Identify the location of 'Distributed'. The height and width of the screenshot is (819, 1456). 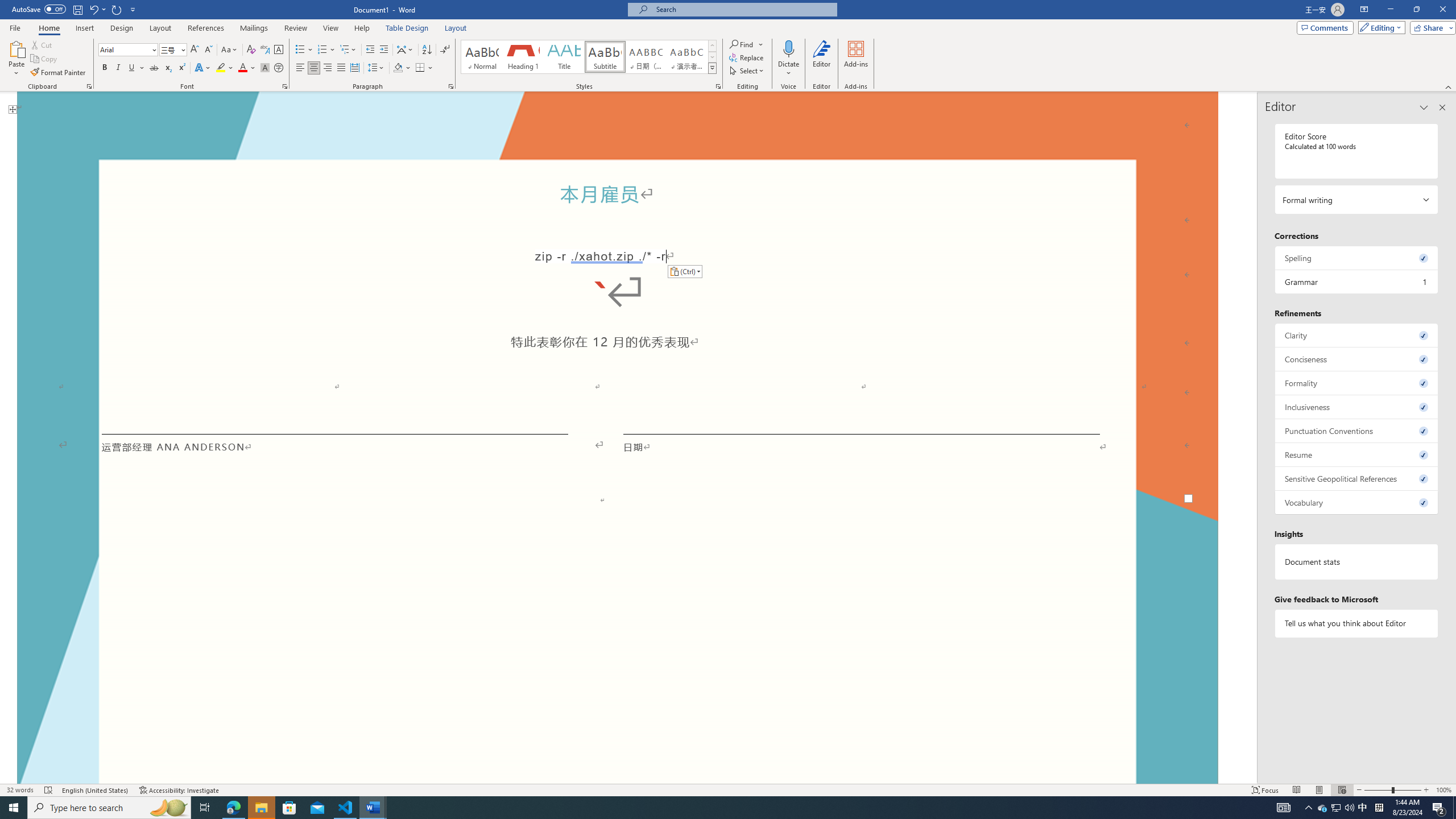
(354, 67).